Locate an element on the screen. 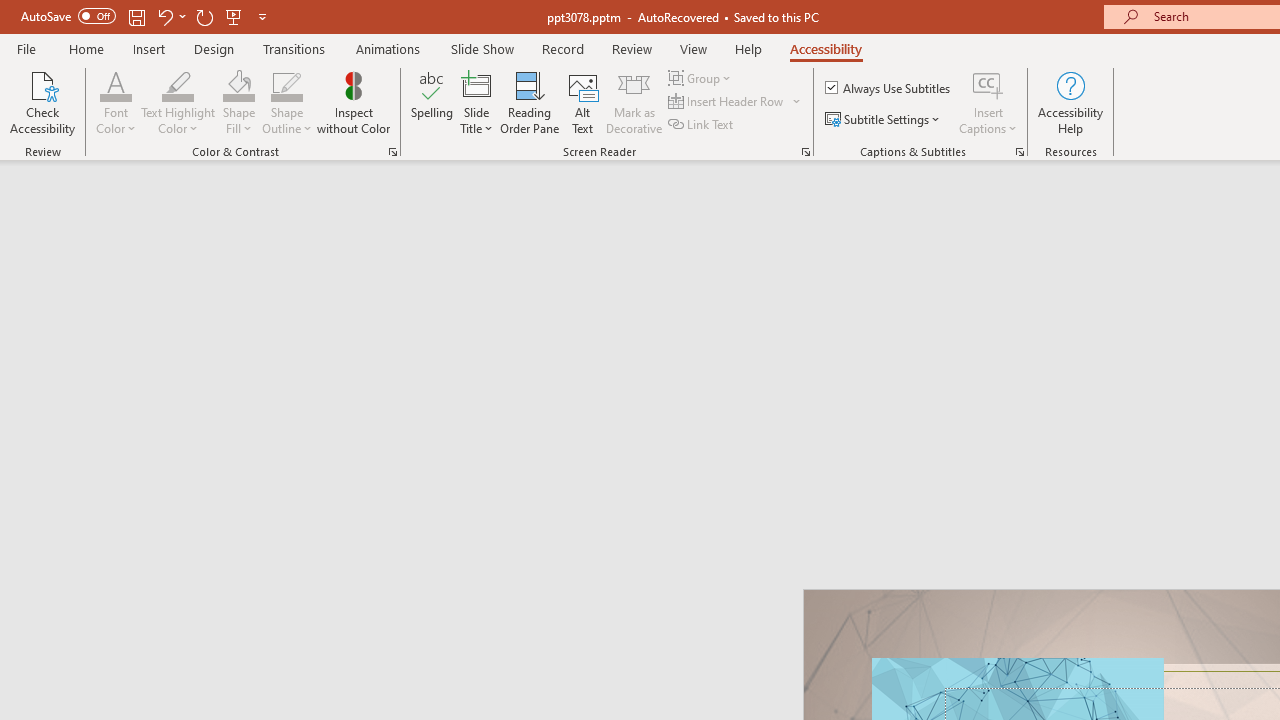 The height and width of the screenshot is (720, 1280). 'Reading Order Pane' is located at coordinates (529, 103).